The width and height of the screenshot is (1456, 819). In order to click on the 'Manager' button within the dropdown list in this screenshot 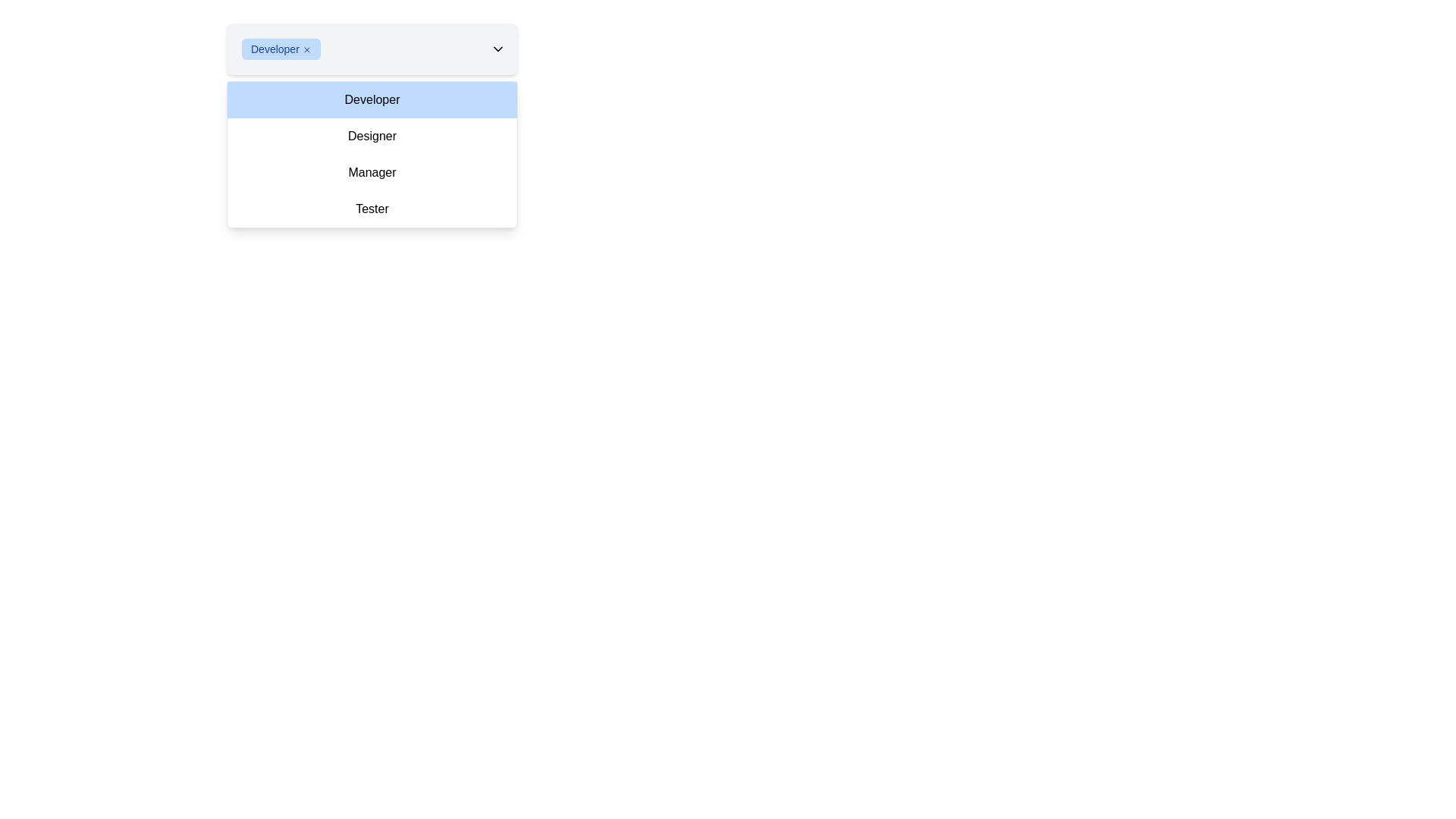, I will do `click(372, 171)`.